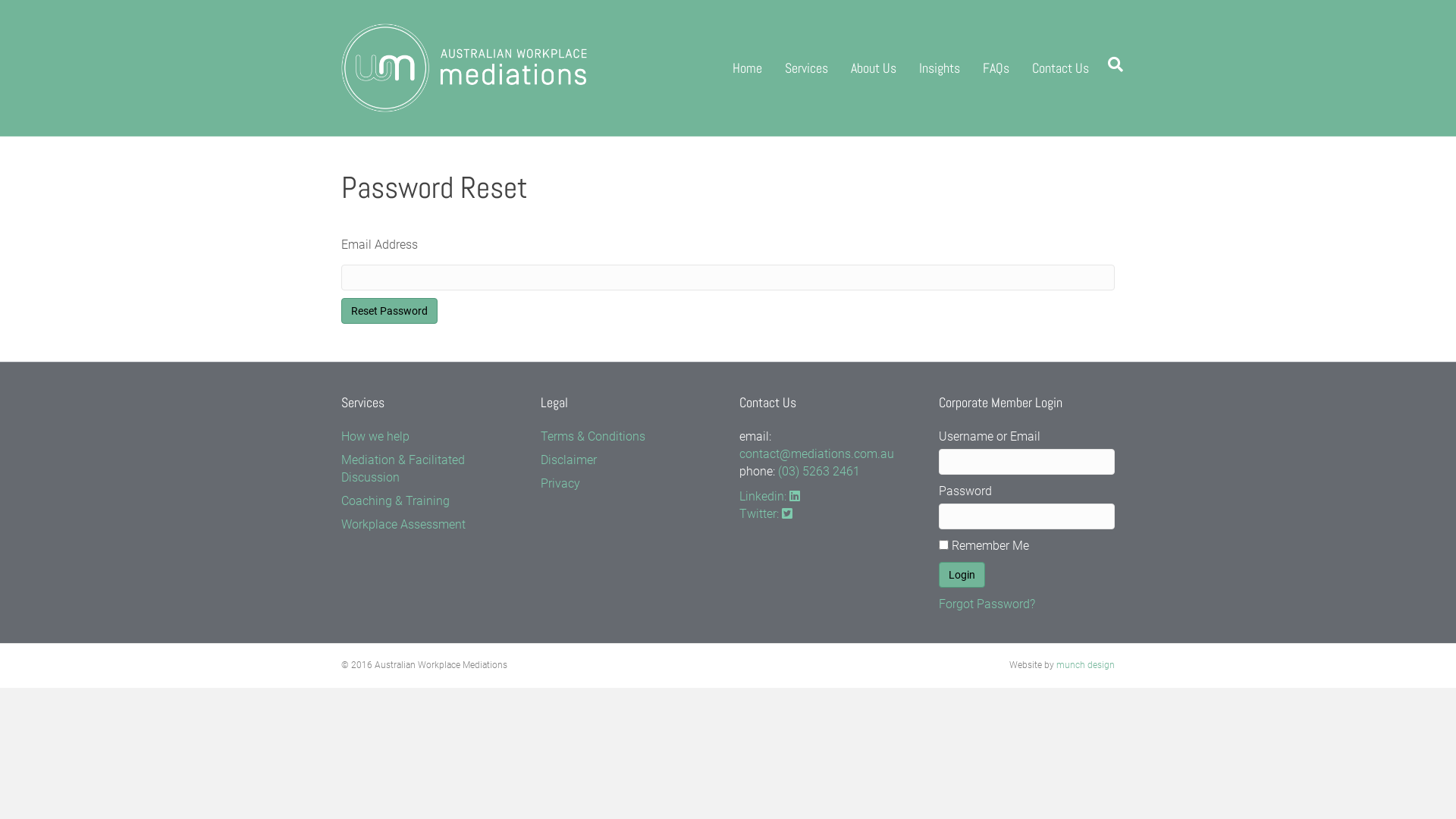  What do you see at coordinates (818, 470) in the screenshot?
I see `'(03) 5263 2461'` at bounding box center [818, 470].